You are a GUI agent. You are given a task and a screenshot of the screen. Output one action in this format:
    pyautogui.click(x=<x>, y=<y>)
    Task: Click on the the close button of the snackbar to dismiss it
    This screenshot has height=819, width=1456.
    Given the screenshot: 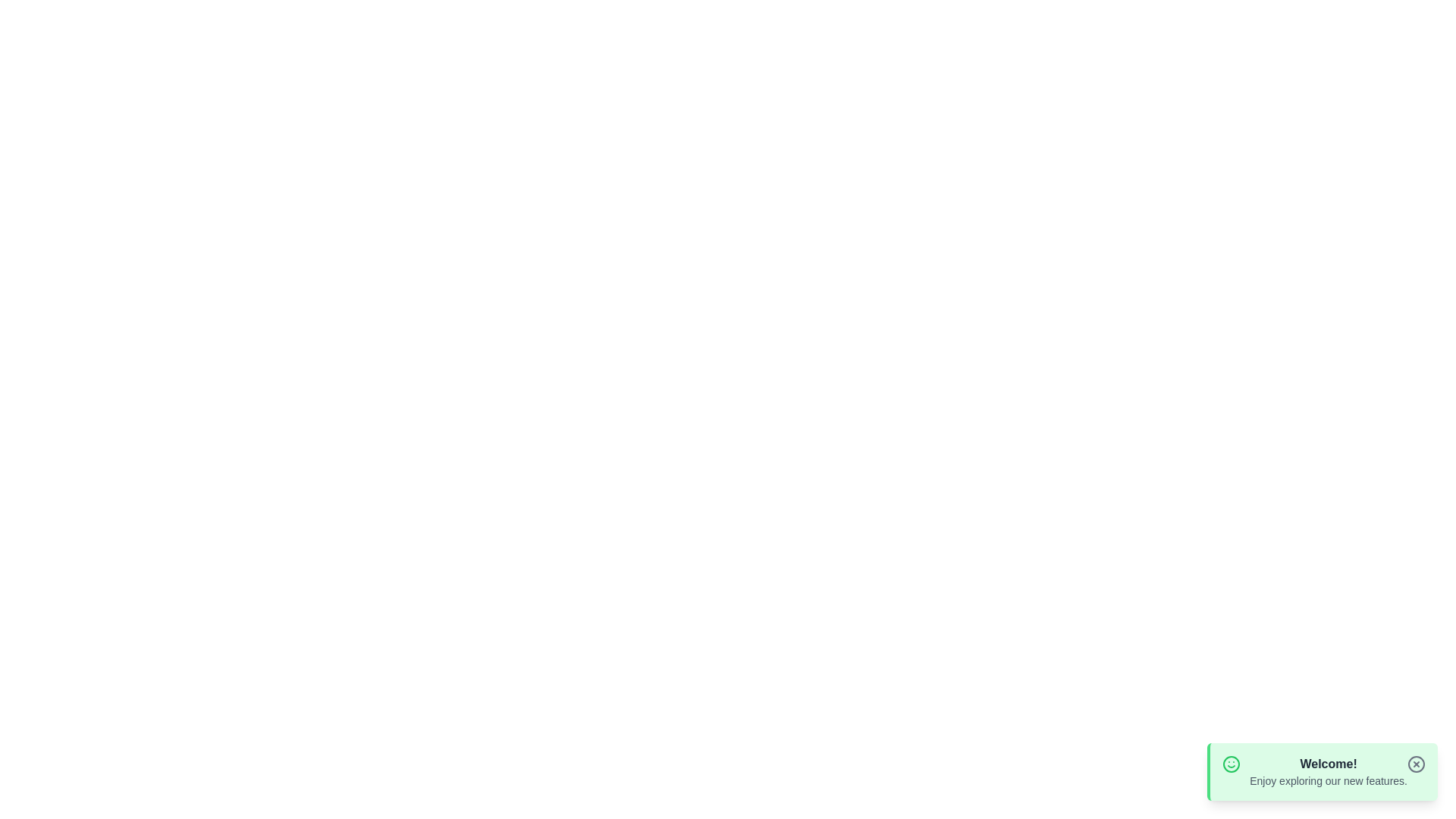 What is the action you would take?
    pyautogui.click(x=1415, y=764)
    